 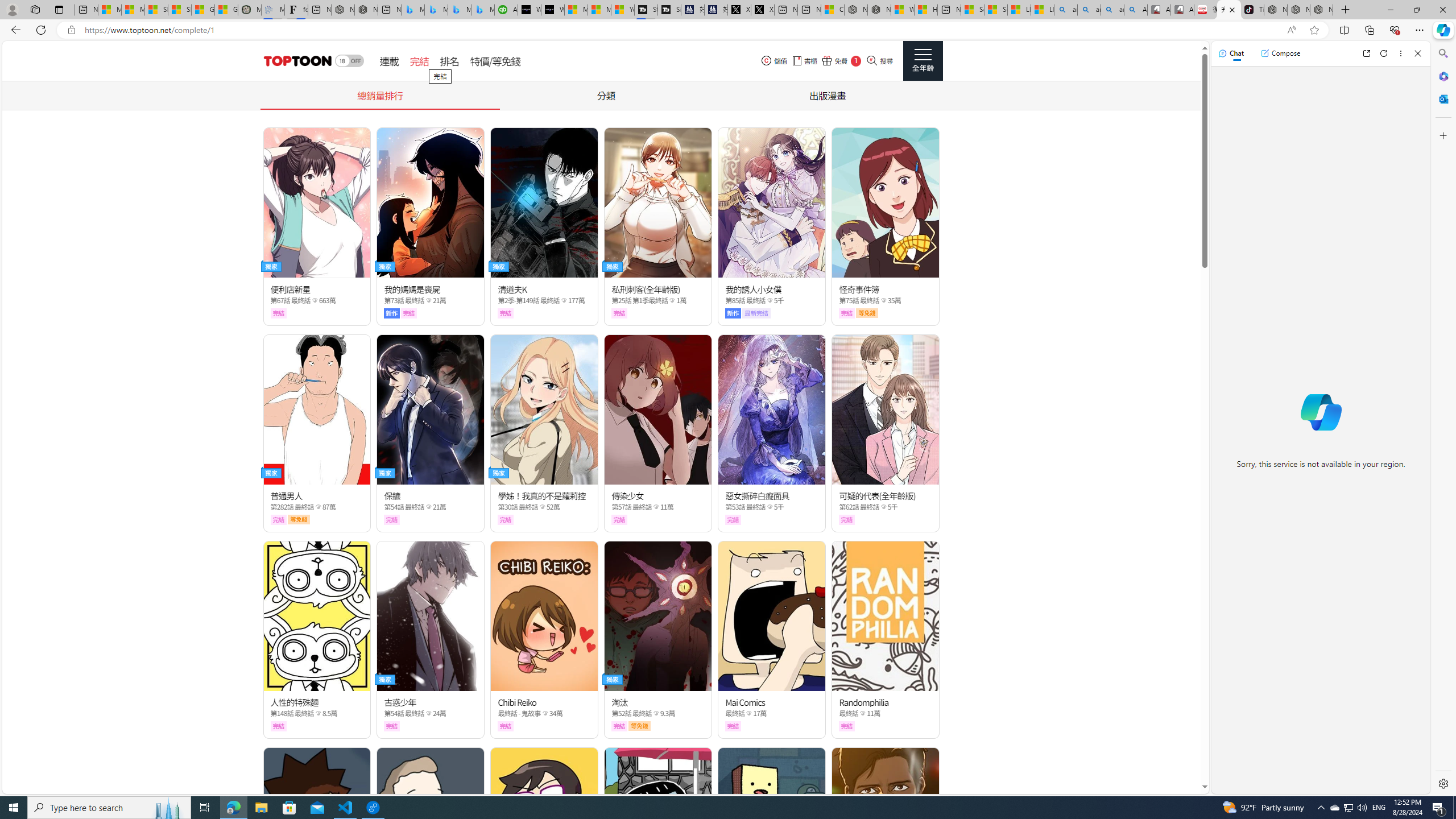 I want to click on 'Customize', so click(x=1442, y=135).